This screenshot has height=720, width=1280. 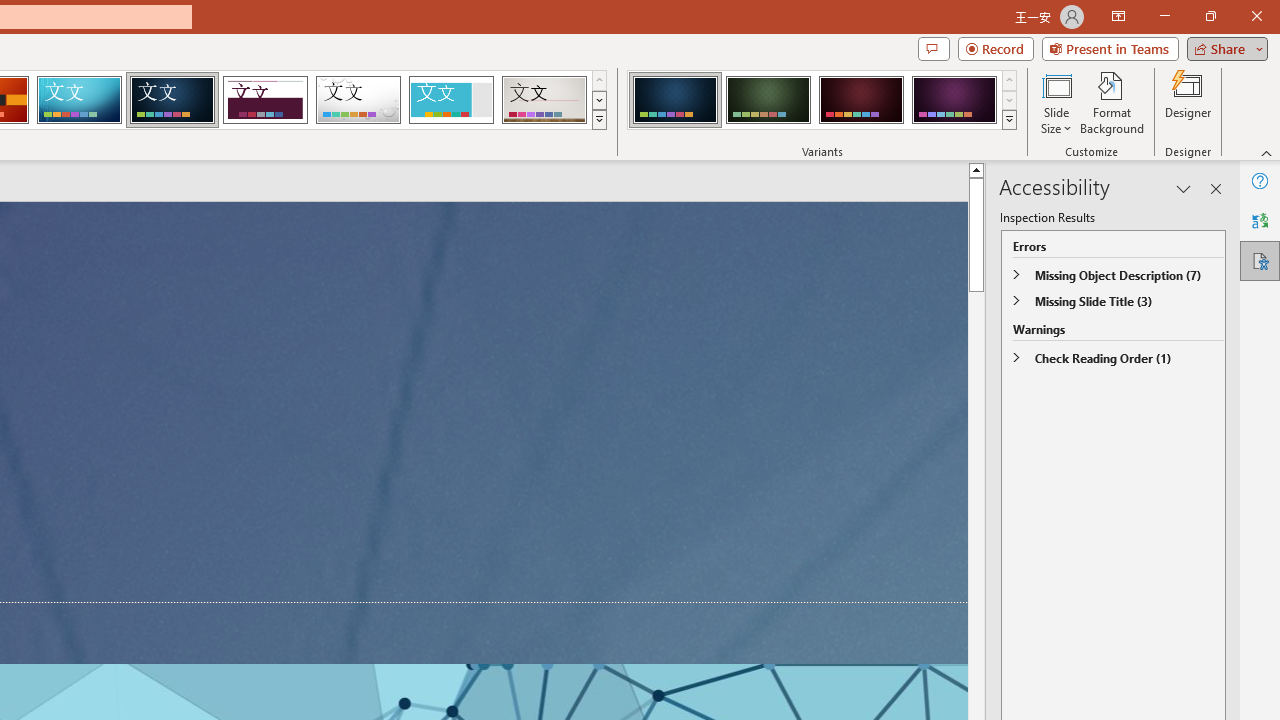 What do you see at coordinates (358, 100) in the screenshot?
I see `'Droplet'` at bounding box center [358, 100].